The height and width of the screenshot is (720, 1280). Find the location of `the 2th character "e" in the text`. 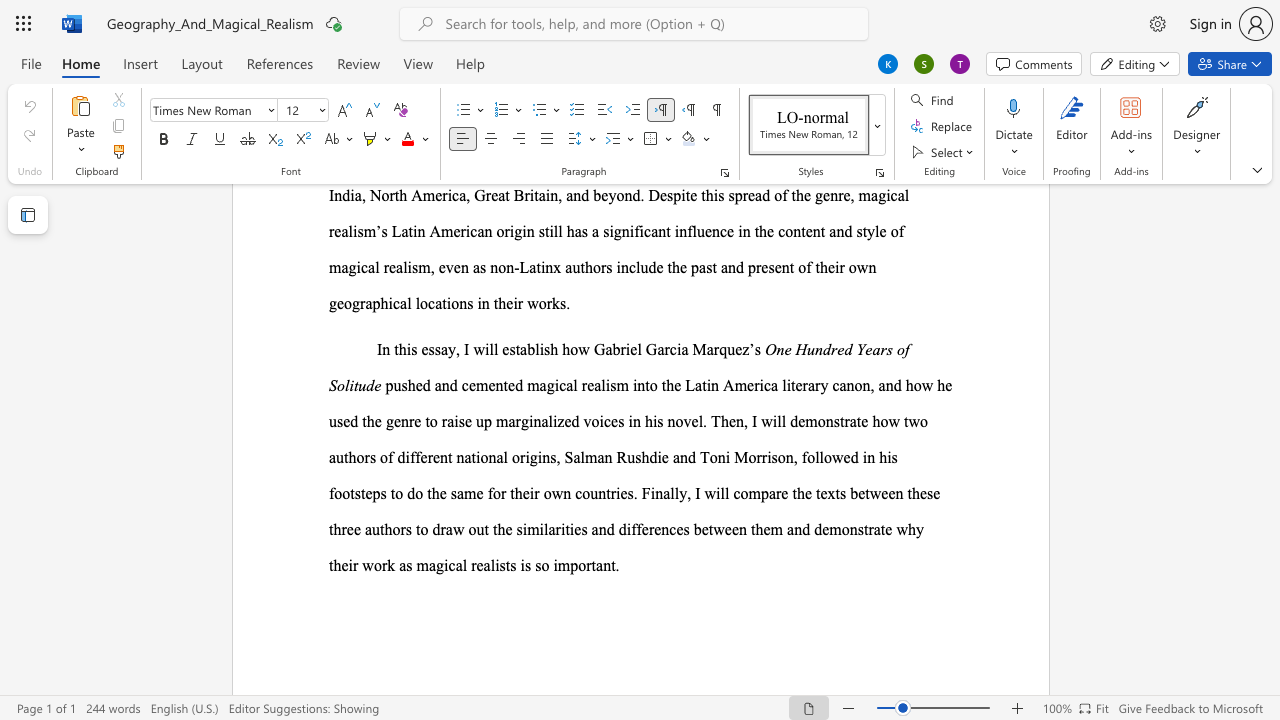

the 2th character "e" in the text is located at coordinates (369, 493).